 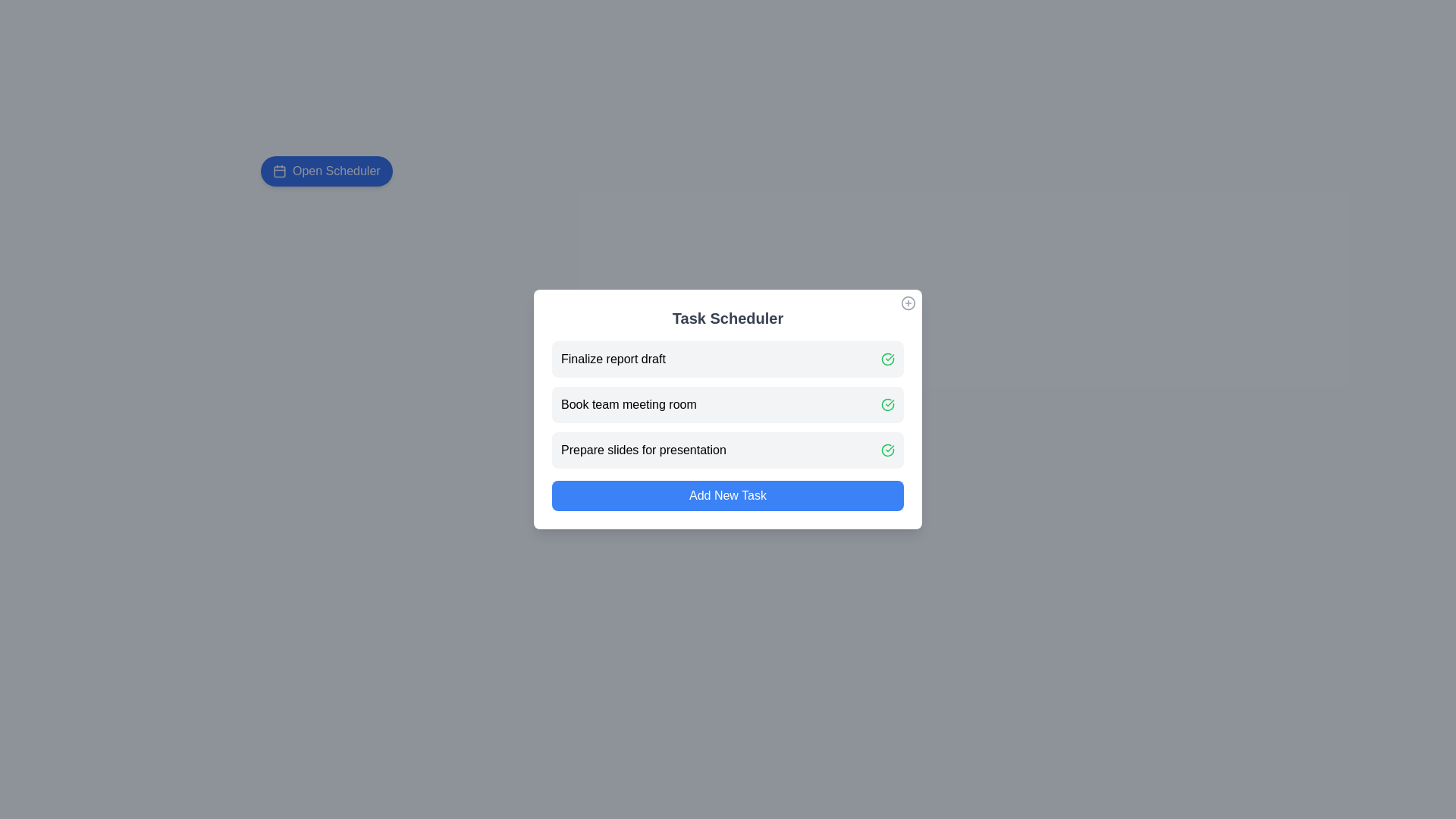 What do you see at coordinates (728, 403) in the screenshot?
I see `the task item for booking a team meeting room, which is the second item in the task list within the 'Task Scheduler' card, indicated by a green checkmark for completion` at bounding box center [728, 403].